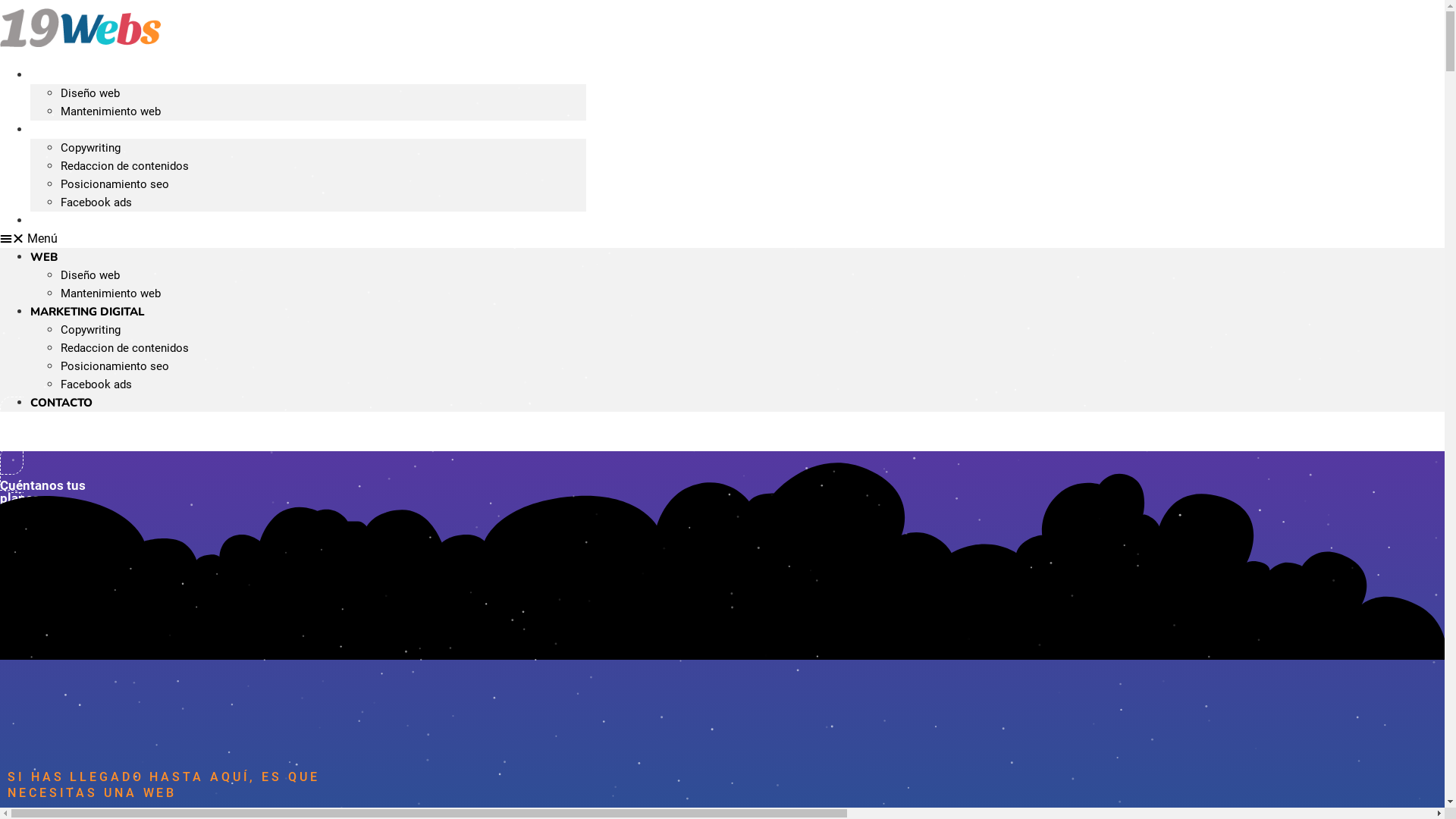 This screenshot has width=1456, height=819. Describe the element at coordinates (95, 383) in the screenshot. I see `'Facebook ads'` at that location.